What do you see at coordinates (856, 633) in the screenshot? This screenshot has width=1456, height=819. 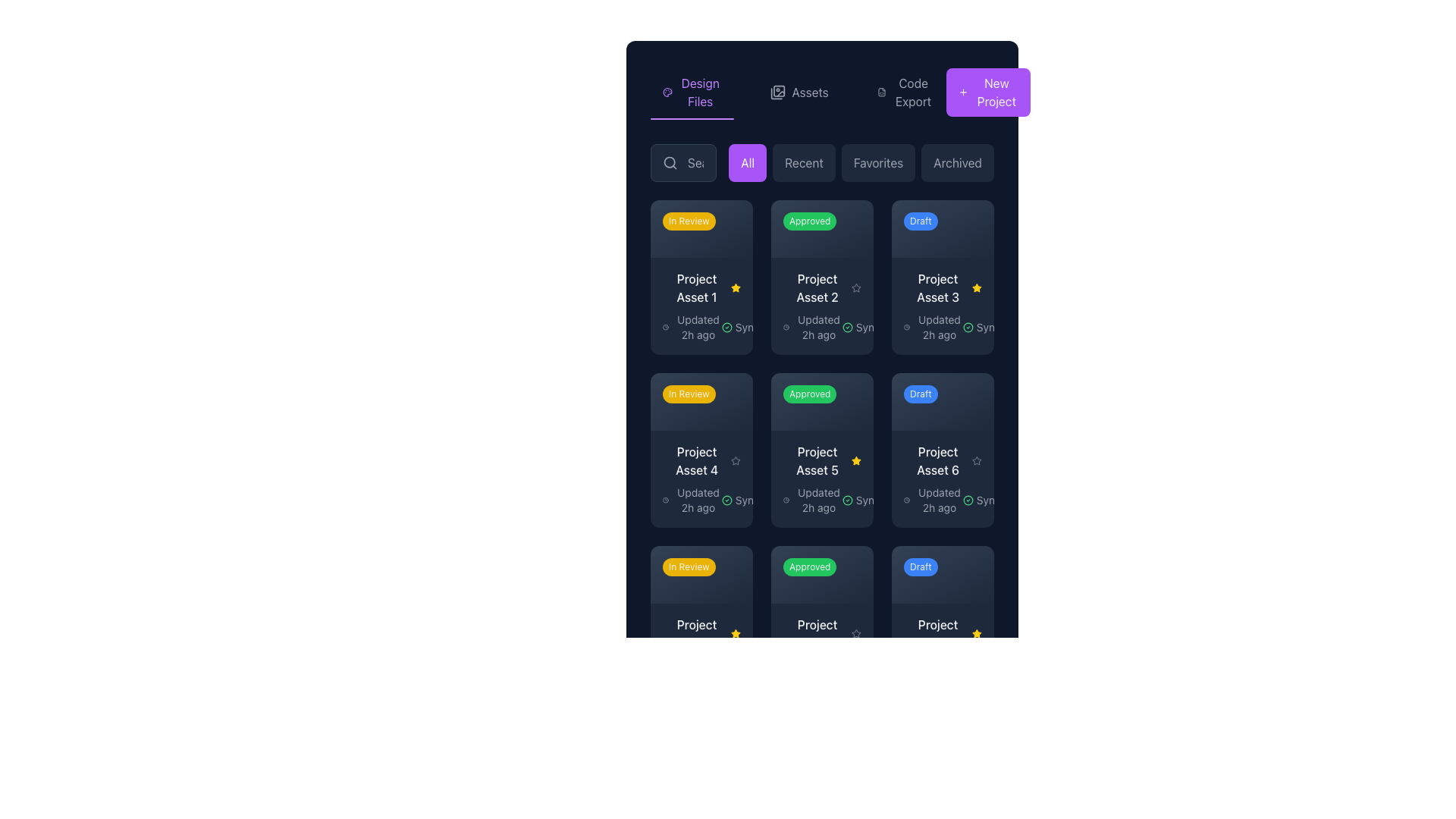 I see `the star-shaped icon in the bottom-left corner of the last card in the grid layout` at bounding box center [856, 633].